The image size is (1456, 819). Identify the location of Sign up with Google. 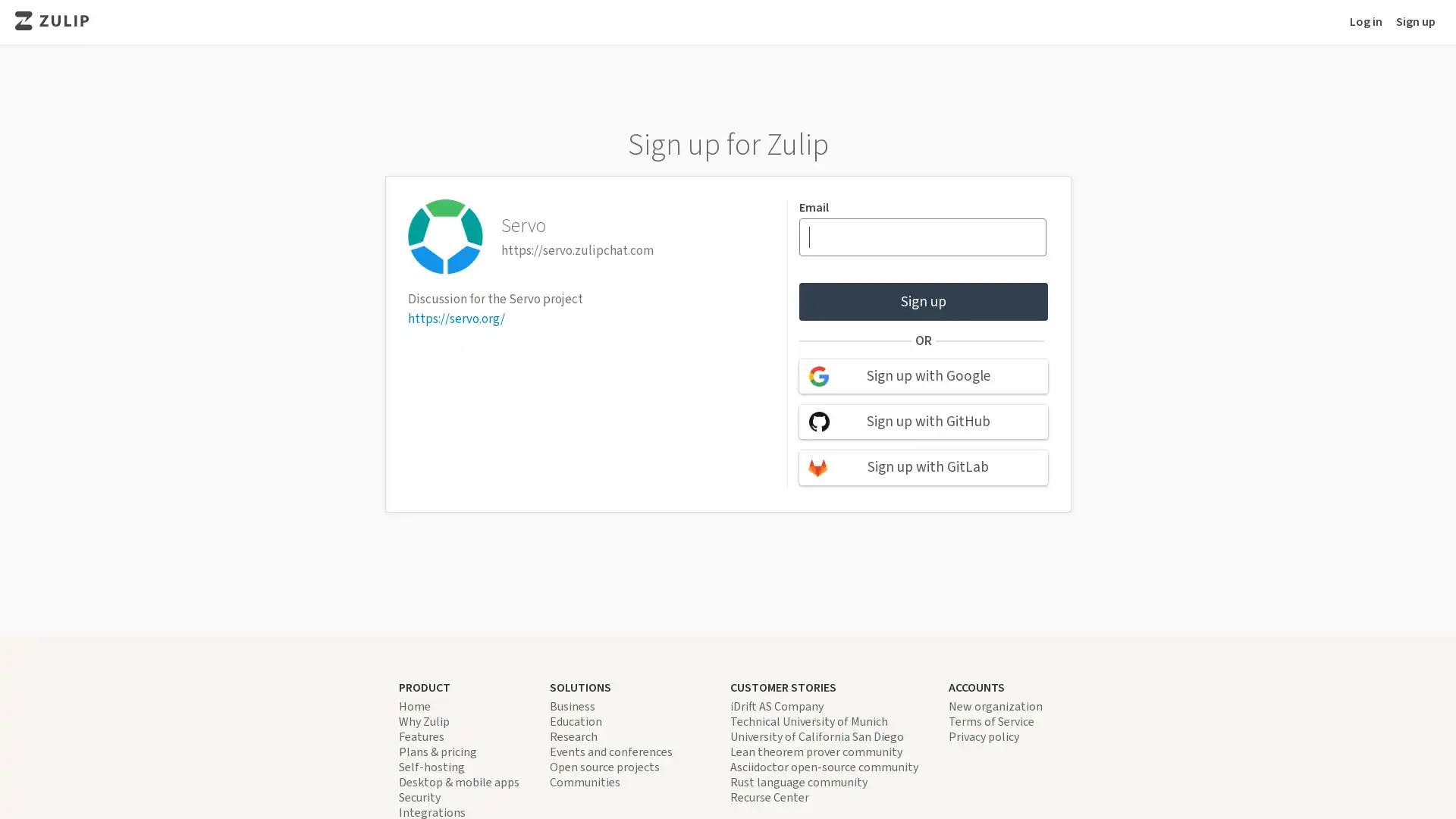
(922, 375).